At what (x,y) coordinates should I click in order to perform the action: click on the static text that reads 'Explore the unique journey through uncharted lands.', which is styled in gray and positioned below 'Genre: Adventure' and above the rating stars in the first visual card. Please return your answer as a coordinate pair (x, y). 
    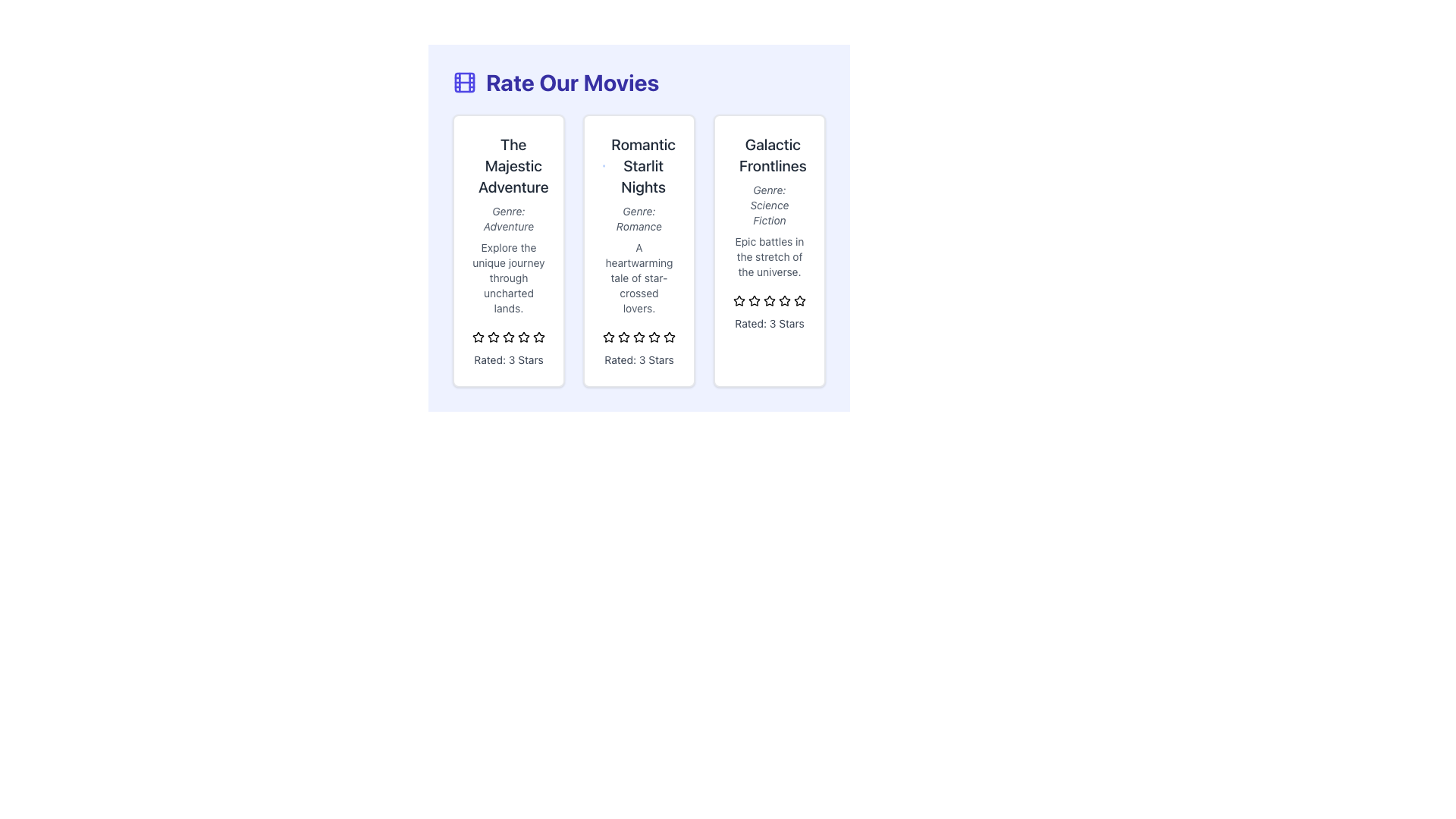
    Looking at the image, I should click on (509, 278).